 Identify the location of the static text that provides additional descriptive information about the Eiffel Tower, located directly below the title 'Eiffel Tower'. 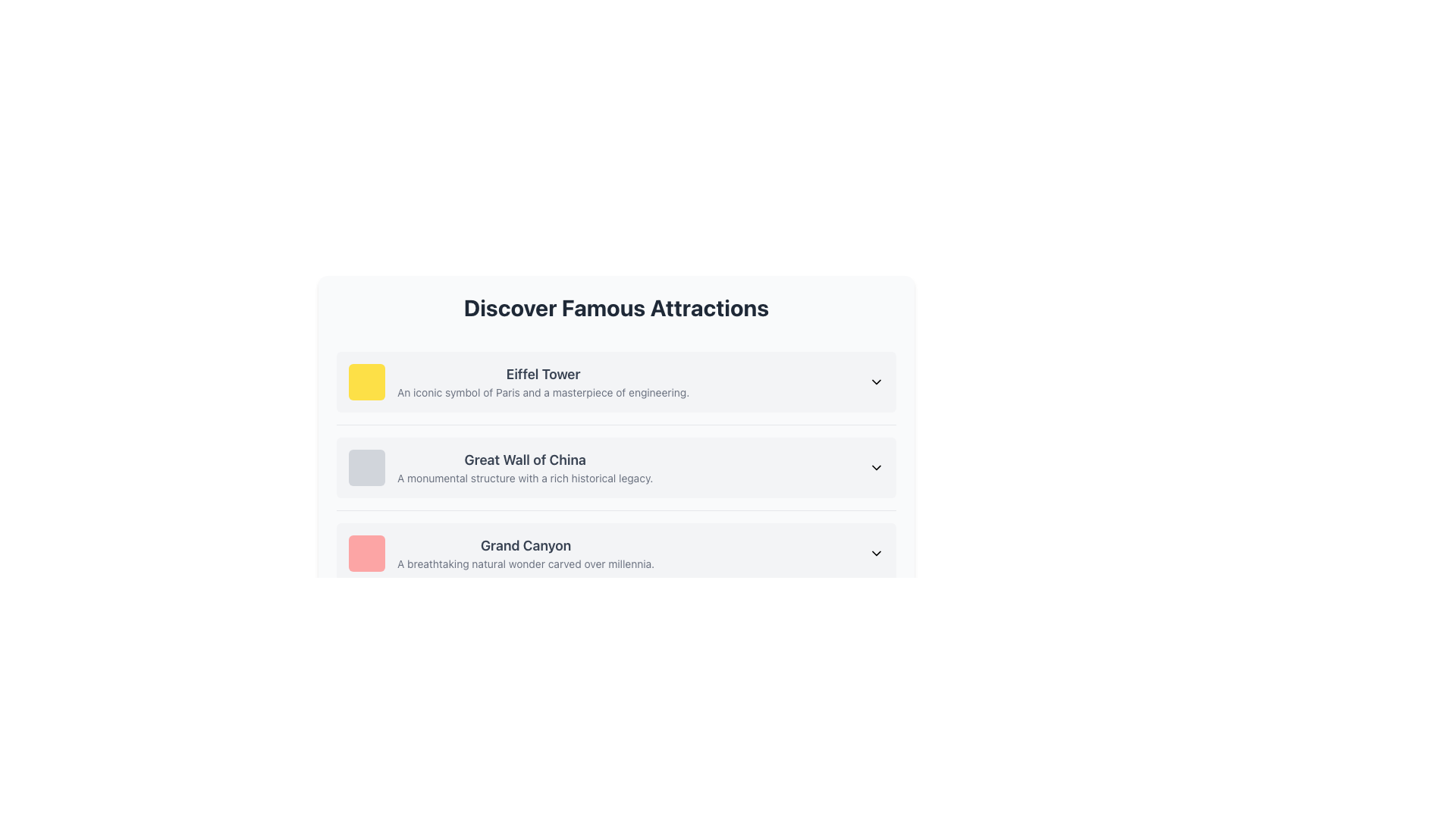
(543, 391).